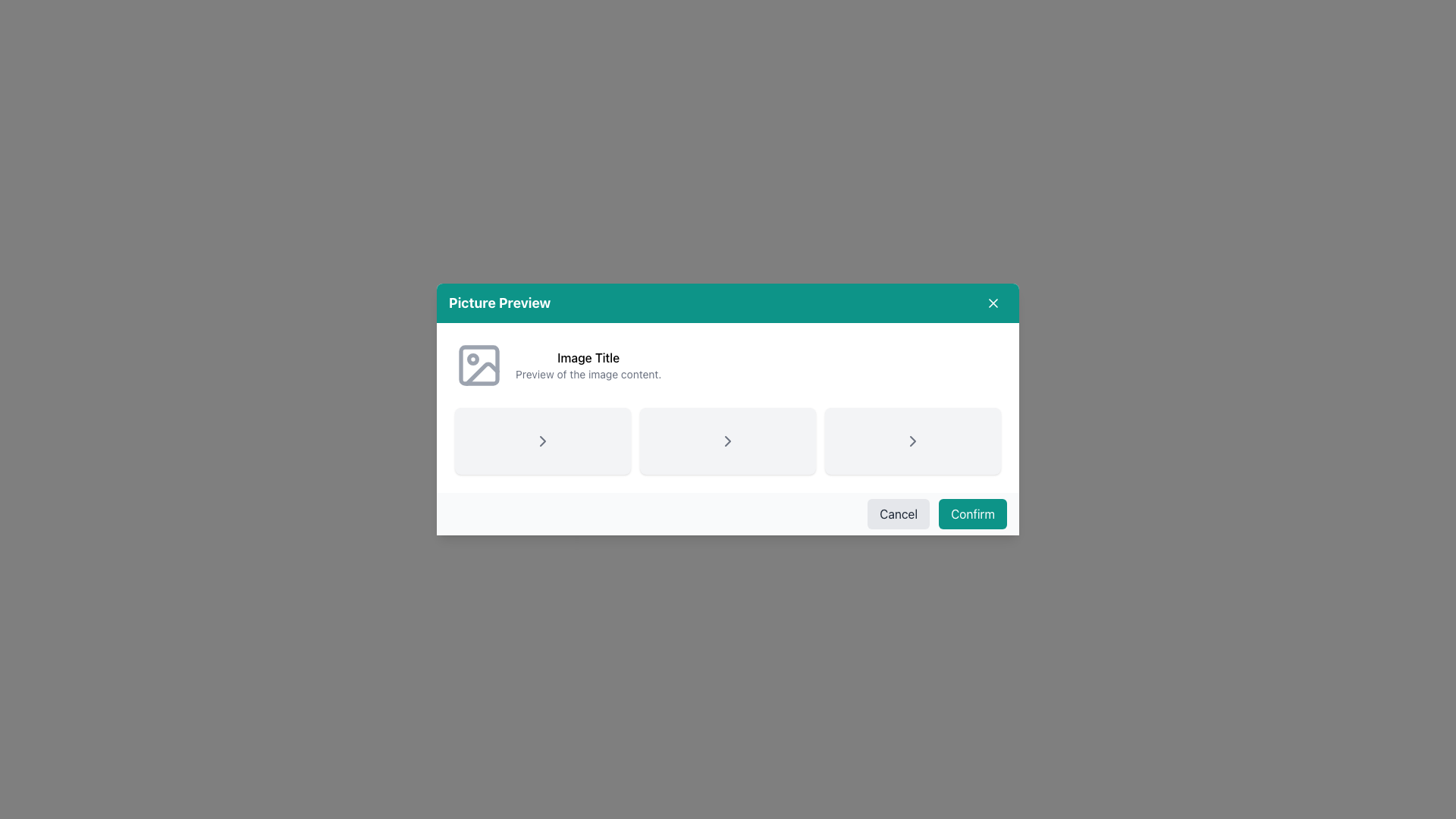  I want to click on the right-facing chevron icon, which is styled in gray and located in the center of a light gray rectangular area, so click(728, 441).